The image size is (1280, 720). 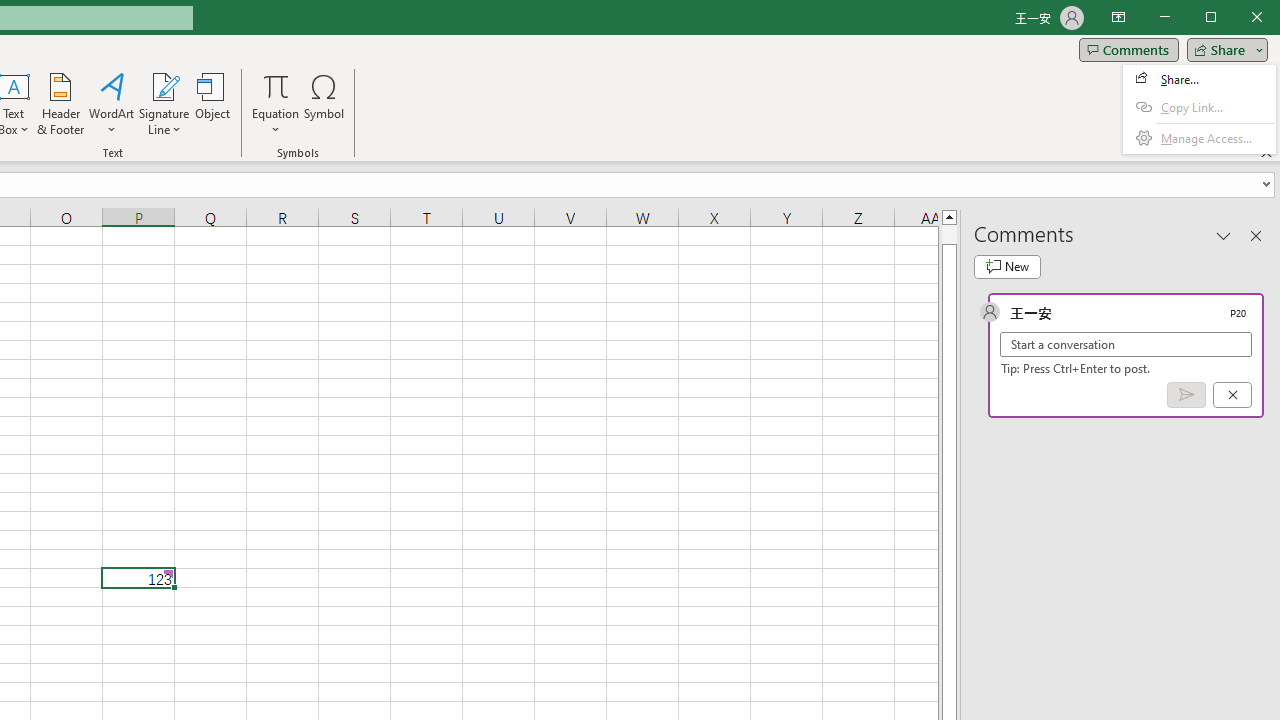 I want to click on 'Equation', so click(x=274, y=104).